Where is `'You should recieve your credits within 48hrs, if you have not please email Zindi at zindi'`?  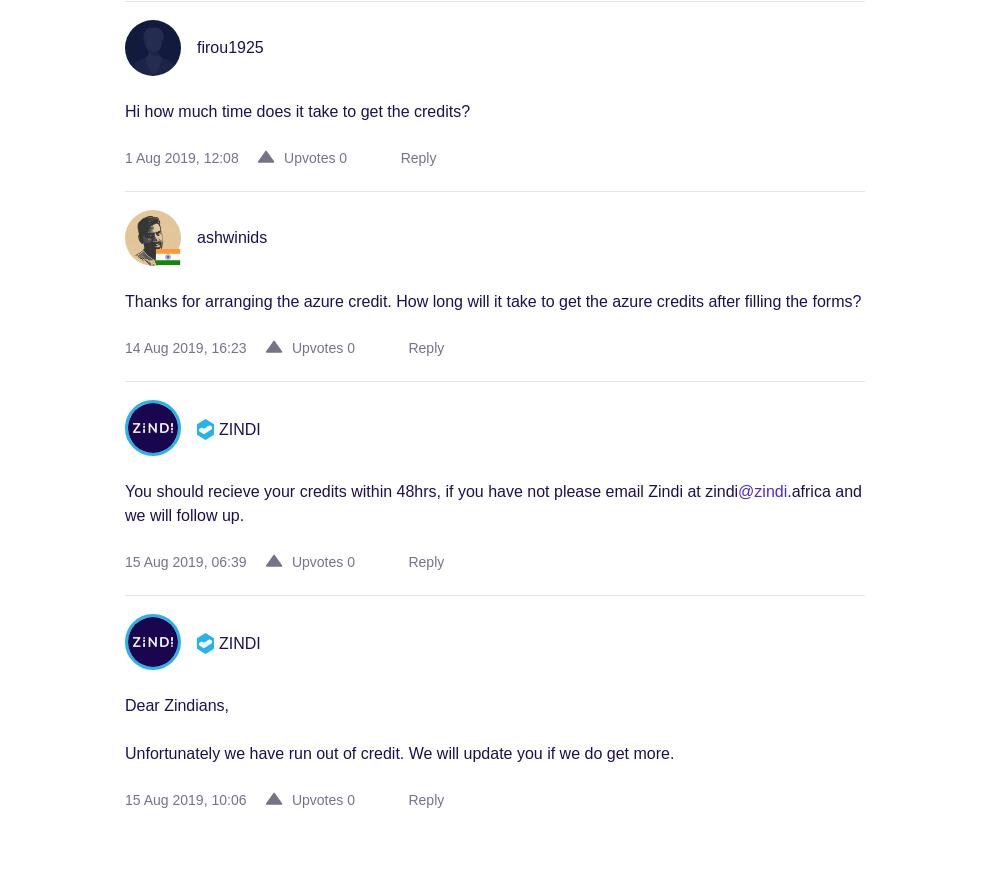 'You should recieve your credits within 48hrs, if you have not please email Zindi at zindi' is located at coordinates (430, 491).